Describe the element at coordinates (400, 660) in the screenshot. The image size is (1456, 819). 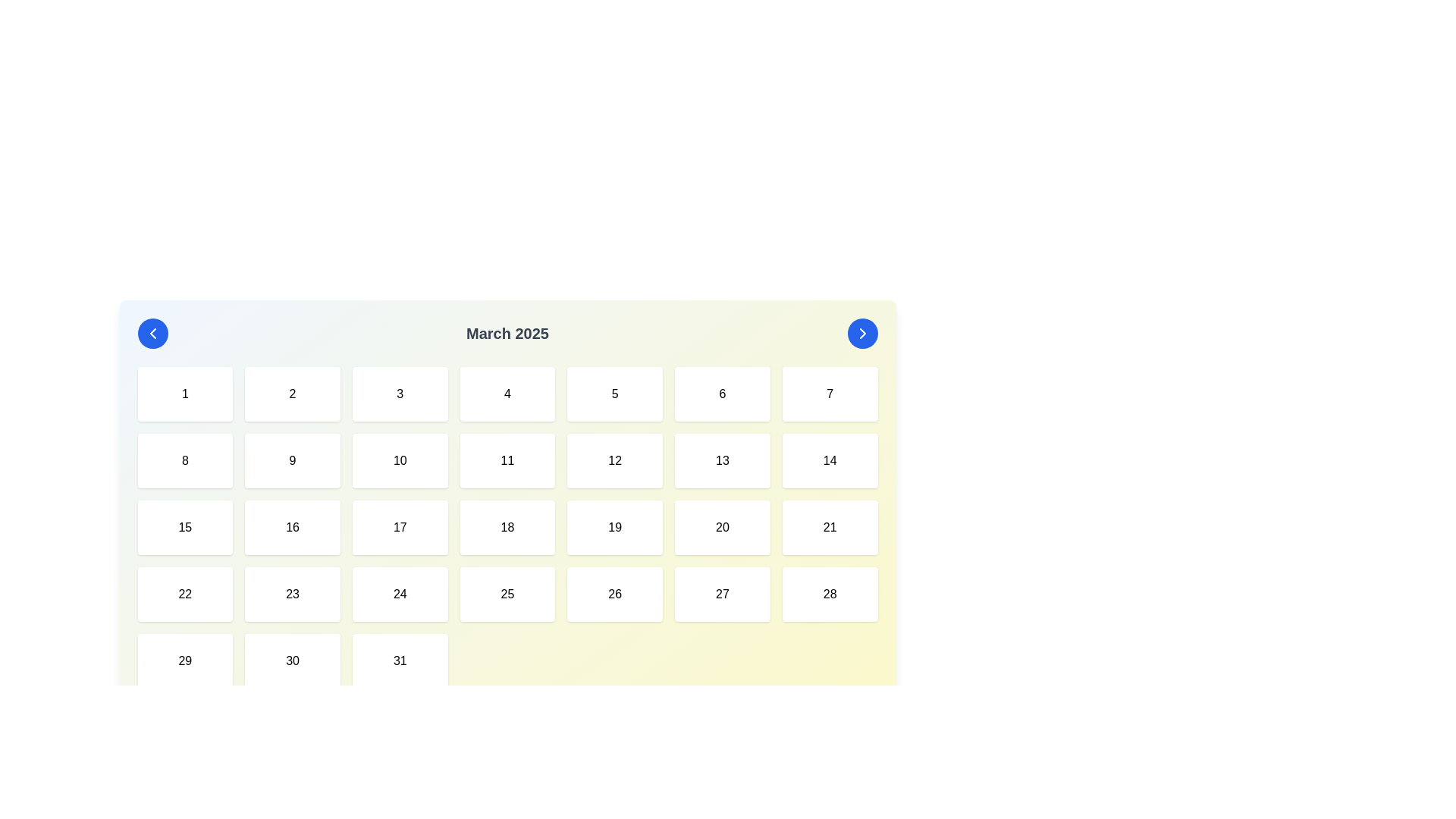
I see `the calendar date tile representing '31'` at that location.